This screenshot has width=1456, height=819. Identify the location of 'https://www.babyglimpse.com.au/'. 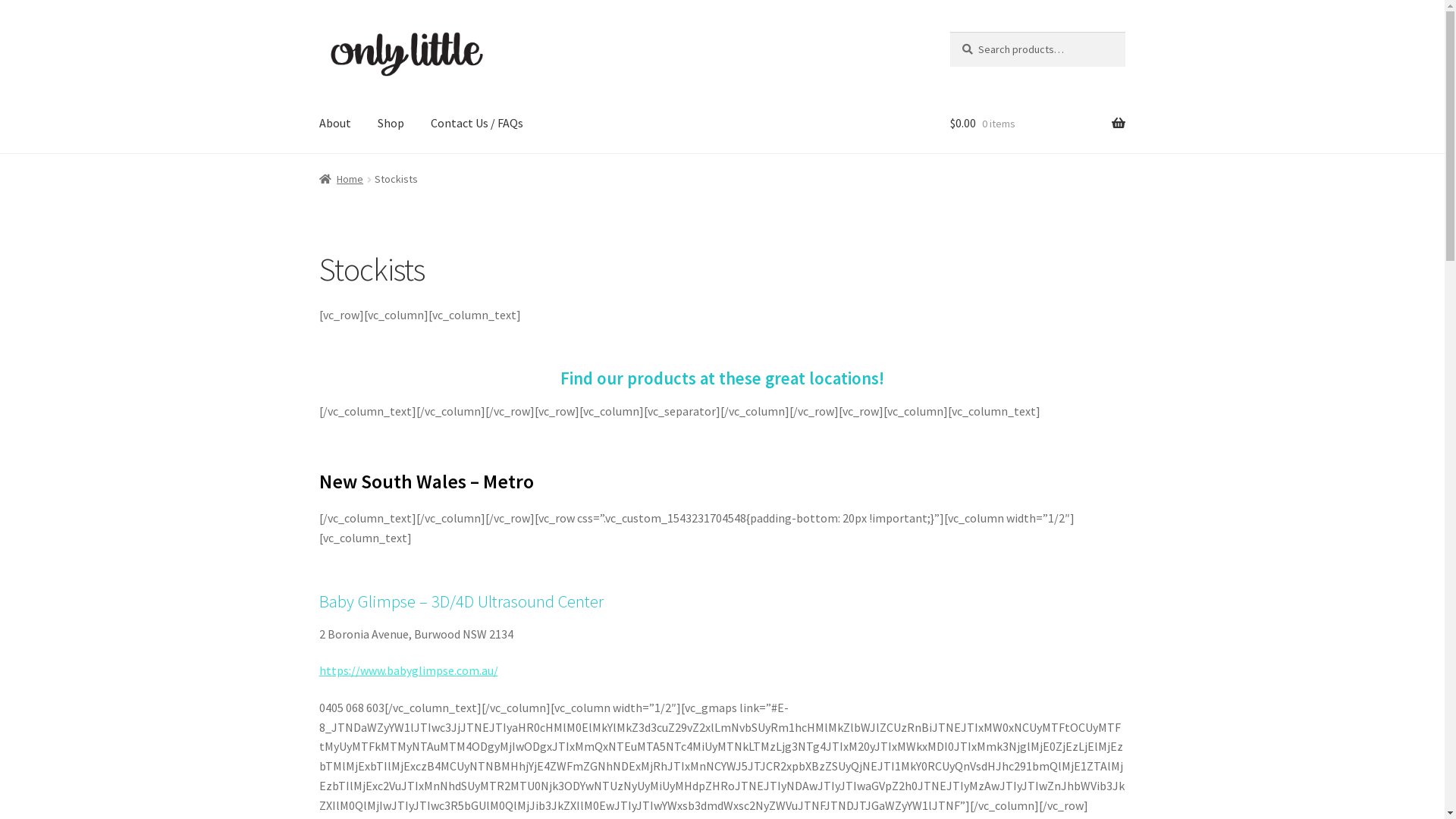
(408, 669).